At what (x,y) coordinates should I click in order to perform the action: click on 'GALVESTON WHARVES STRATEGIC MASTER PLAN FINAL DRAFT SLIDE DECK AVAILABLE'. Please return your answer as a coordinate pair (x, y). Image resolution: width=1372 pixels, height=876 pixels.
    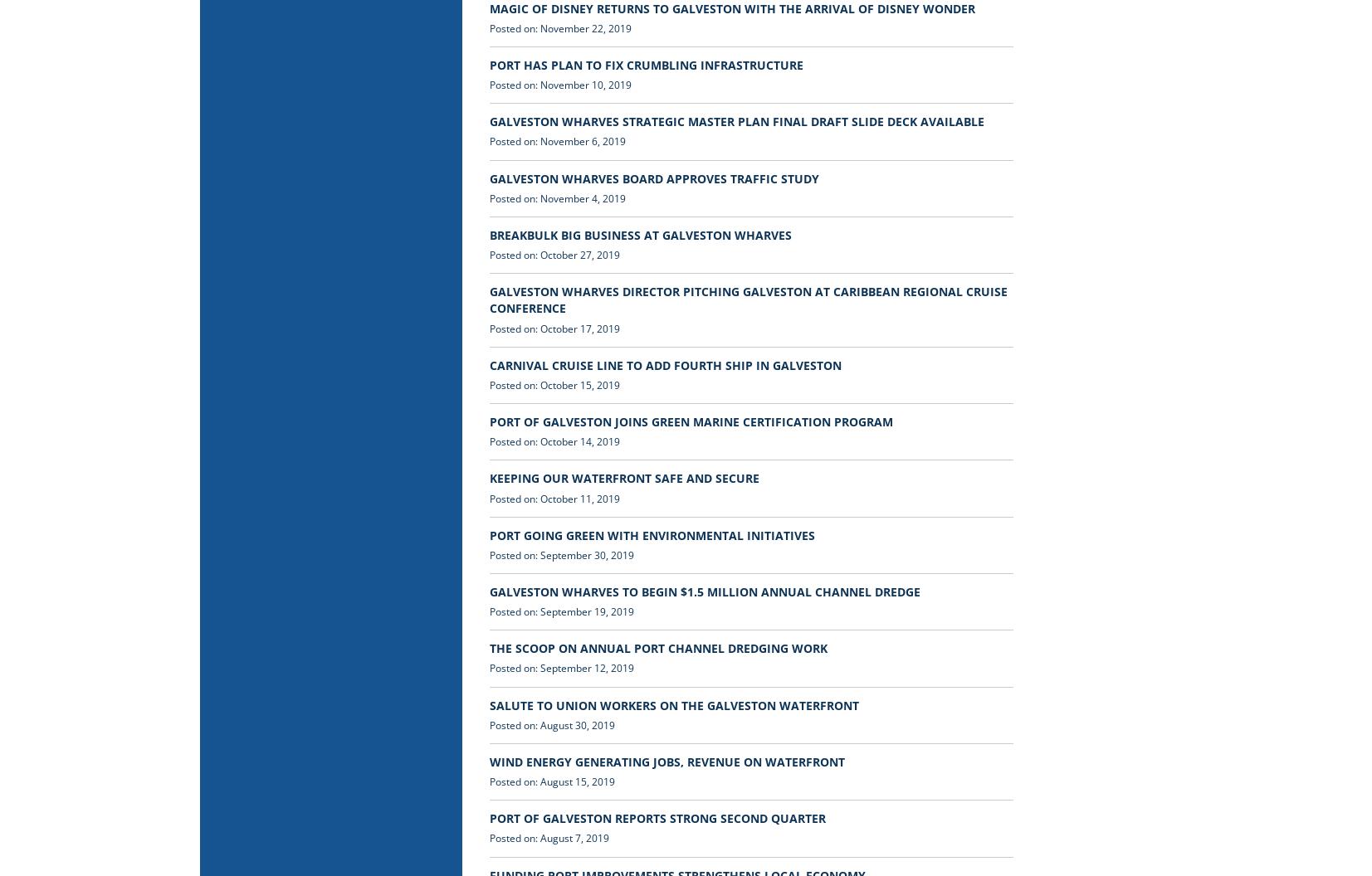
    Looking at the image, I should click on (736, 121).